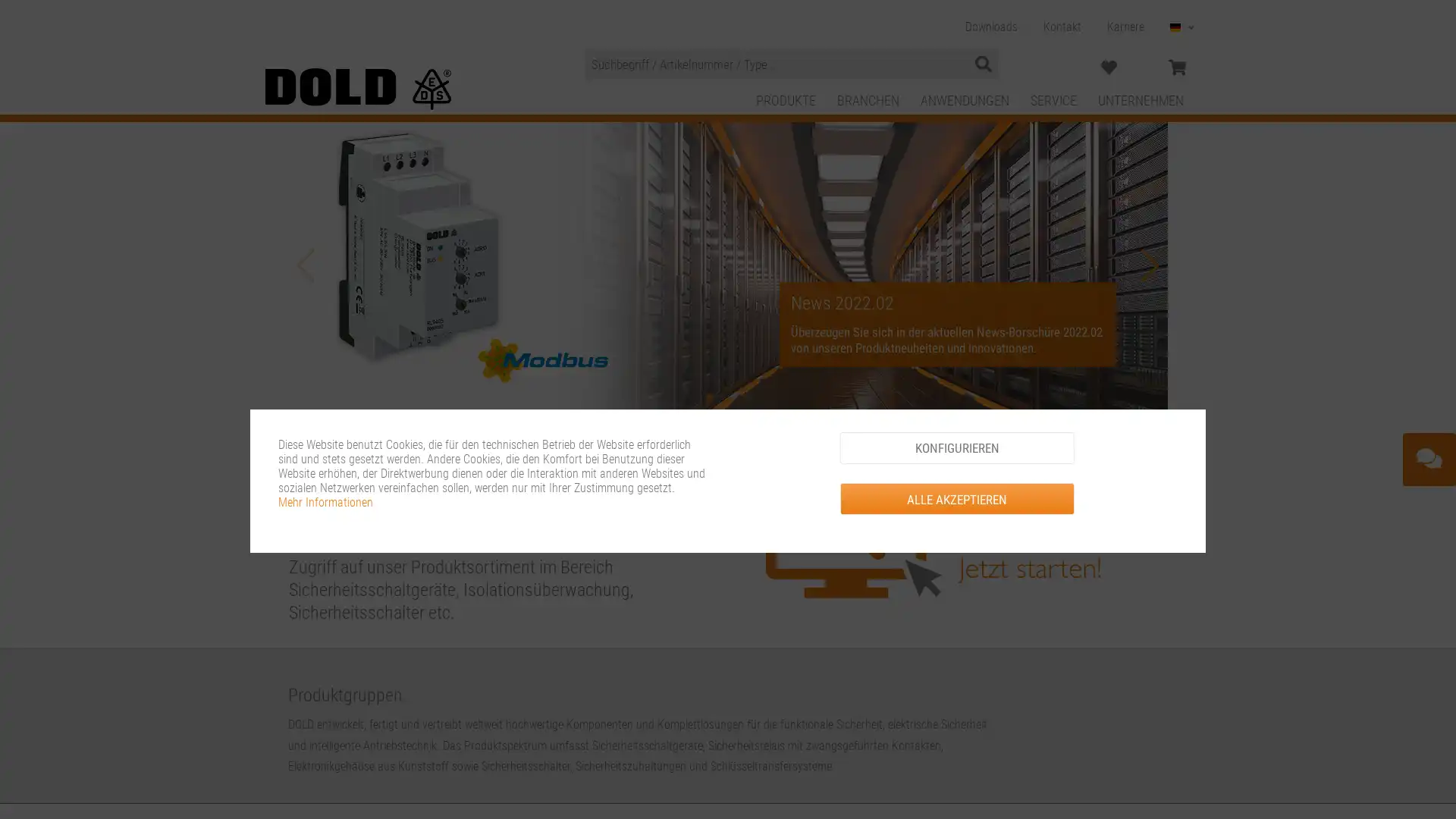 The width and height of the screenshot is (1456, 819). What do you see at coordinates (983, 63) in the screenshot?
I see `Suchen` at bounding box center [983, 63].